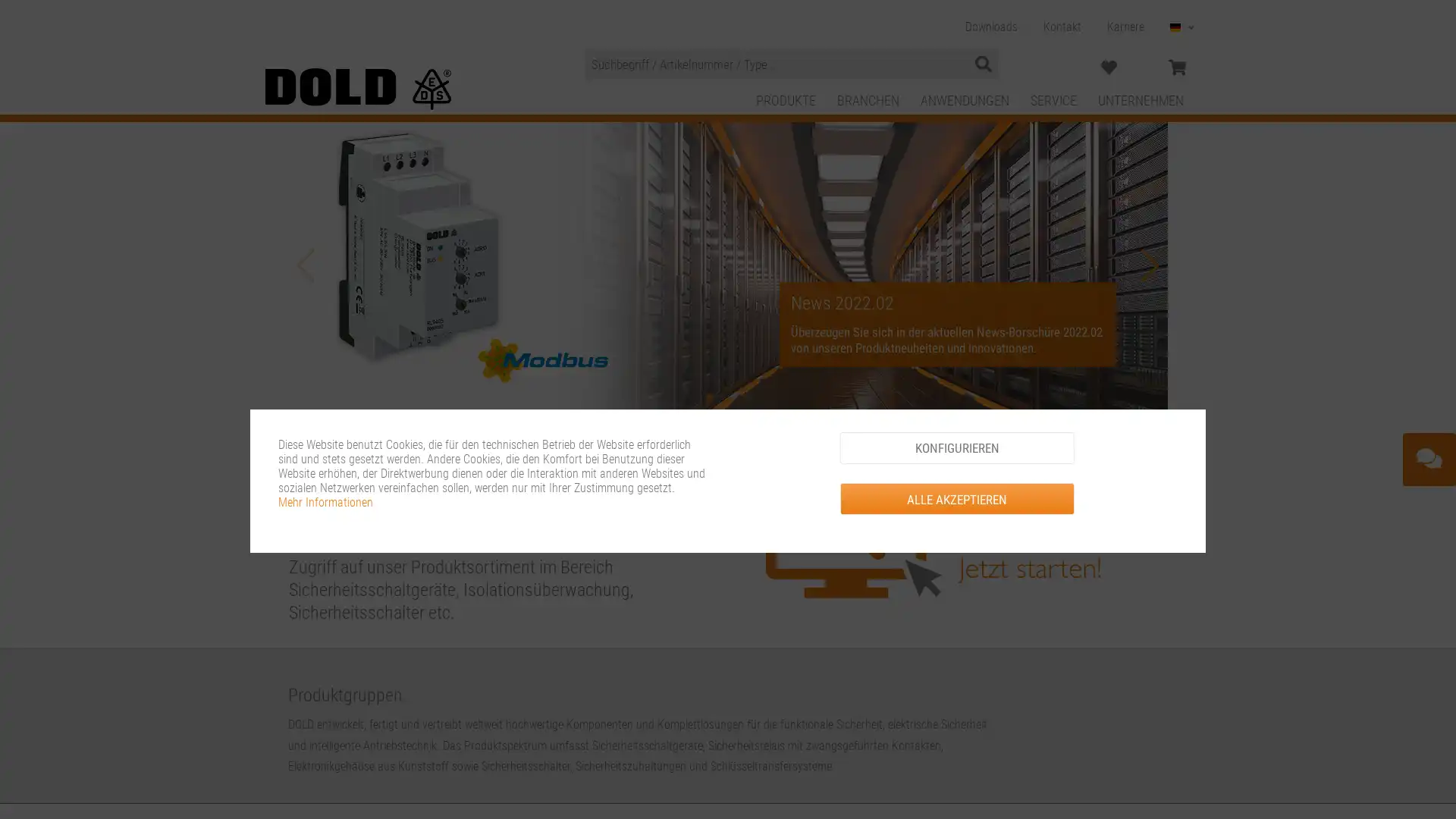 The width and height of the screenshot is (1456, 819). What do you see at coordinates (983, 63) in the screenshot?
I see `Suchen` at bounding box center [983, 63].